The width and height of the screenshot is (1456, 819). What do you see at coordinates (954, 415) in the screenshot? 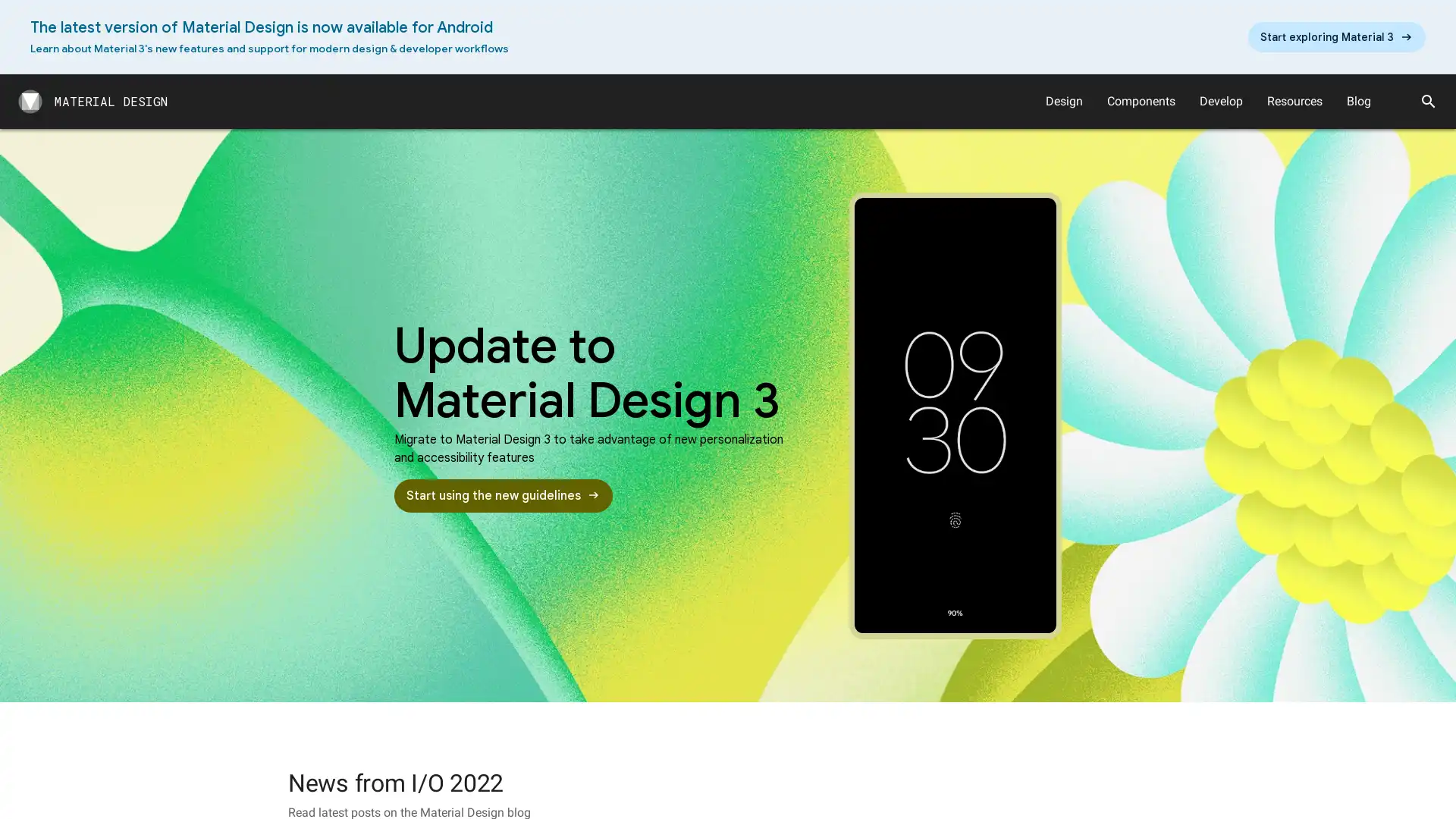
I see `pause video` at bounding box center [954, 415].